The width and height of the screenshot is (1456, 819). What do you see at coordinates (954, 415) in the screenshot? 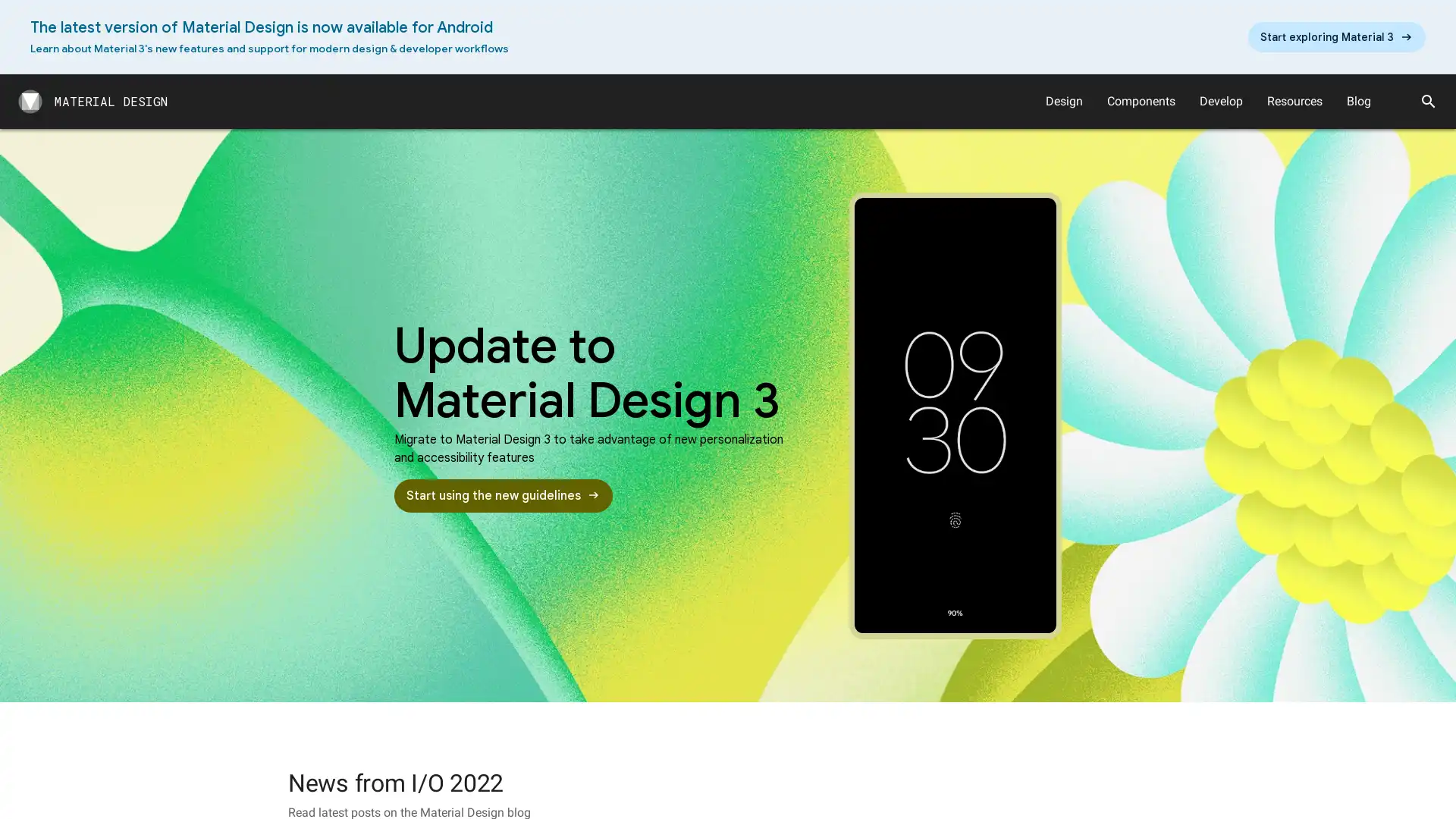
I see `pause video` at bounding box center [954, 415].